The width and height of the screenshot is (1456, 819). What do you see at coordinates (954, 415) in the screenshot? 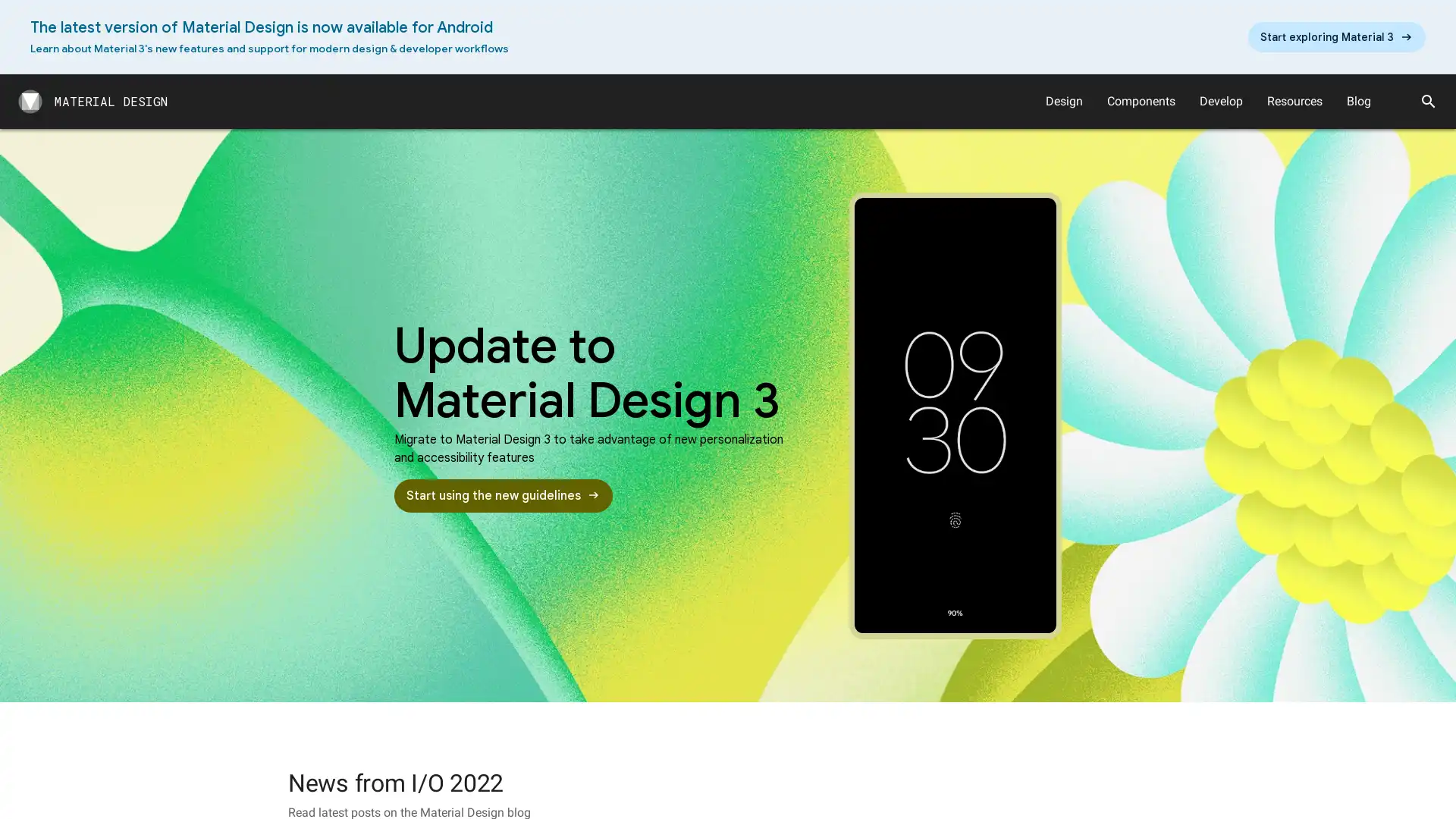
I see `pause video` at bounding box center [954, 415].